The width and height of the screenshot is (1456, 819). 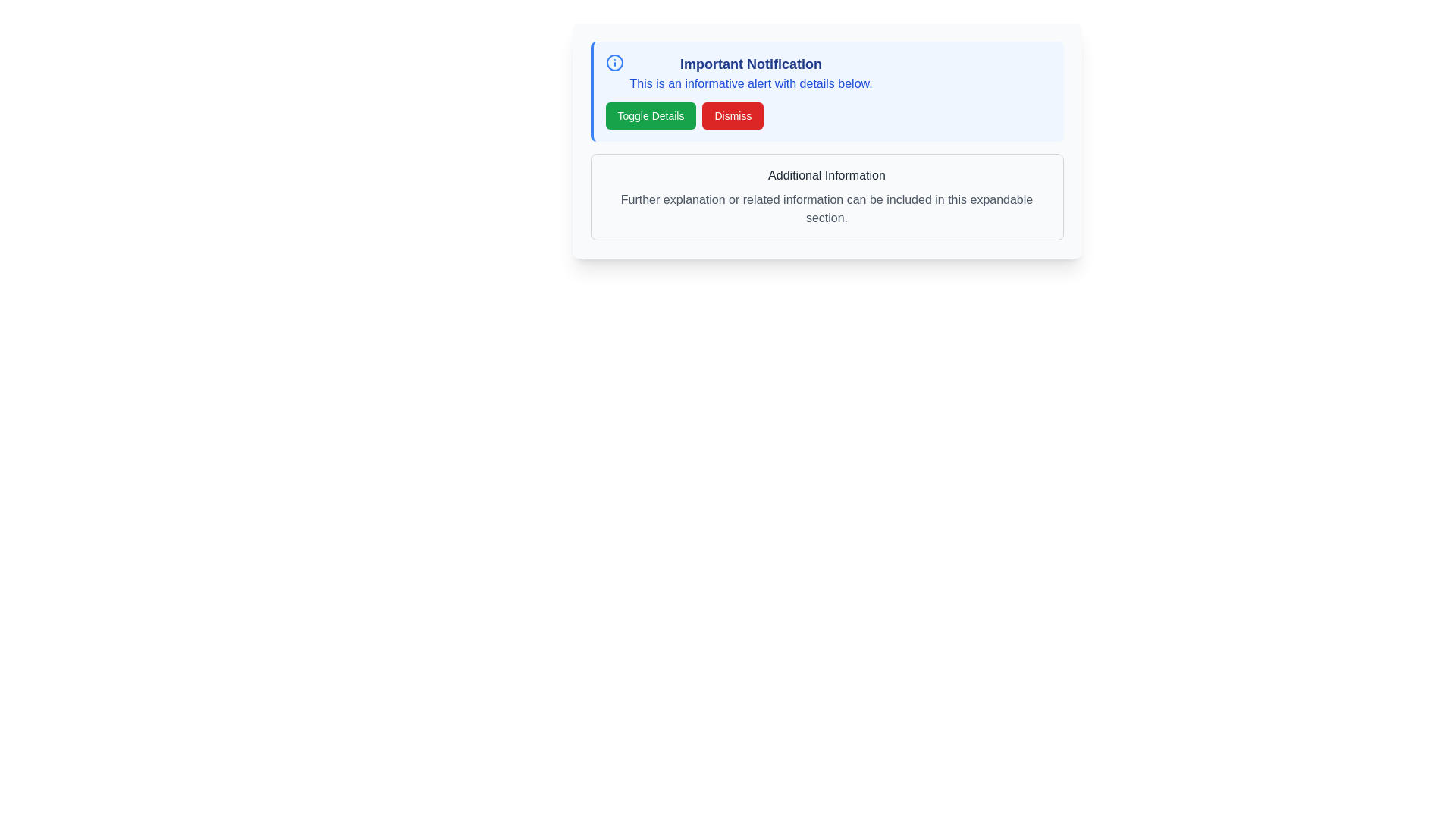 I want to click on the 'Important Notification' text label, which is styled in bold and blue, serving as a prominent title within the notification section, so click(x=751, y=63).